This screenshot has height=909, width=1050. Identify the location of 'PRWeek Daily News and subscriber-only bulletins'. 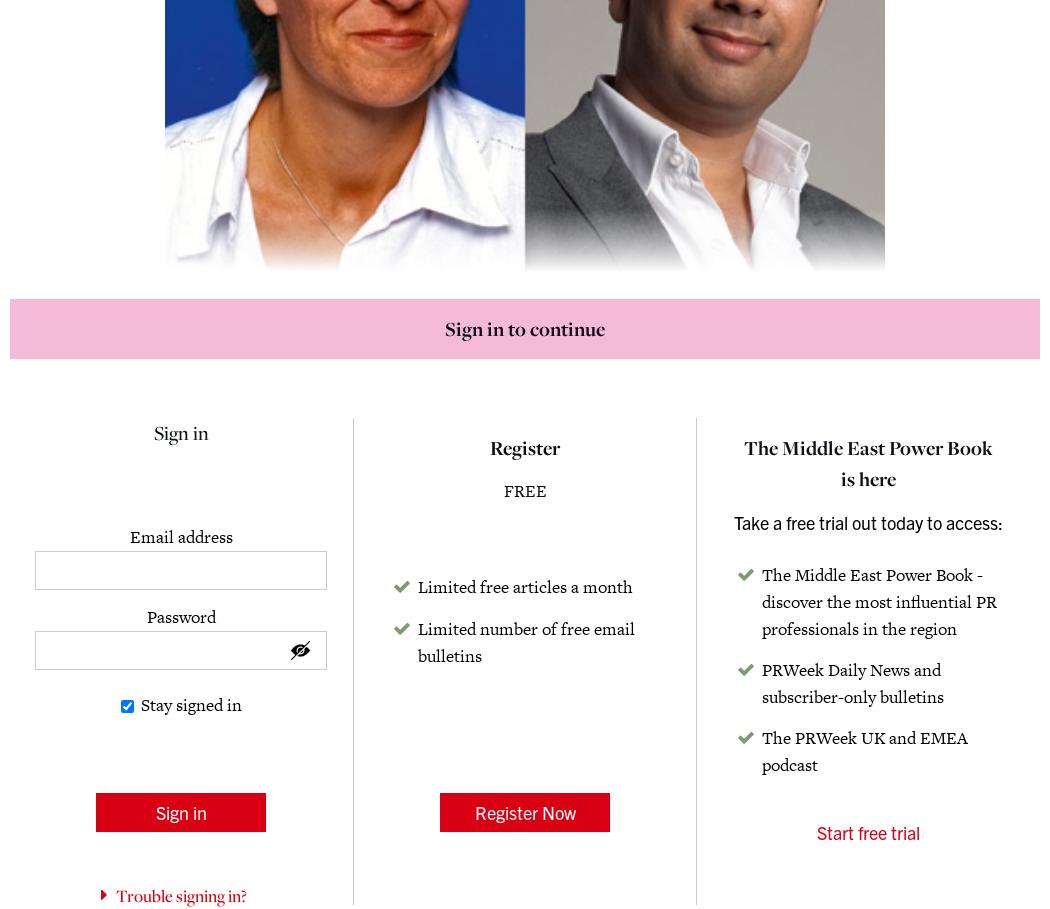
(853, 682).